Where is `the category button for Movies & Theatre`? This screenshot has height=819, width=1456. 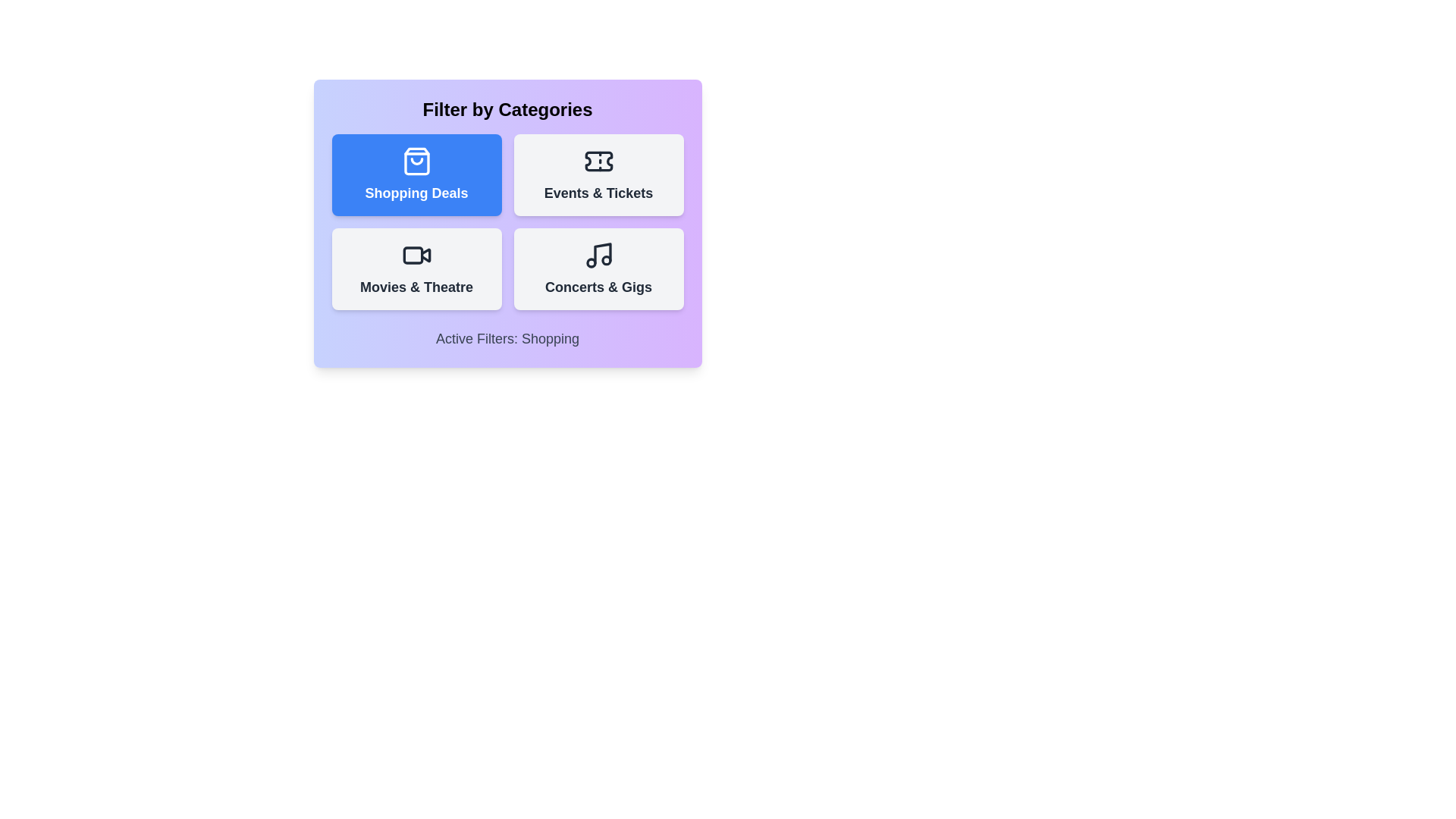 the category button for Movies & Theatre is located at coordinates (416, 268).